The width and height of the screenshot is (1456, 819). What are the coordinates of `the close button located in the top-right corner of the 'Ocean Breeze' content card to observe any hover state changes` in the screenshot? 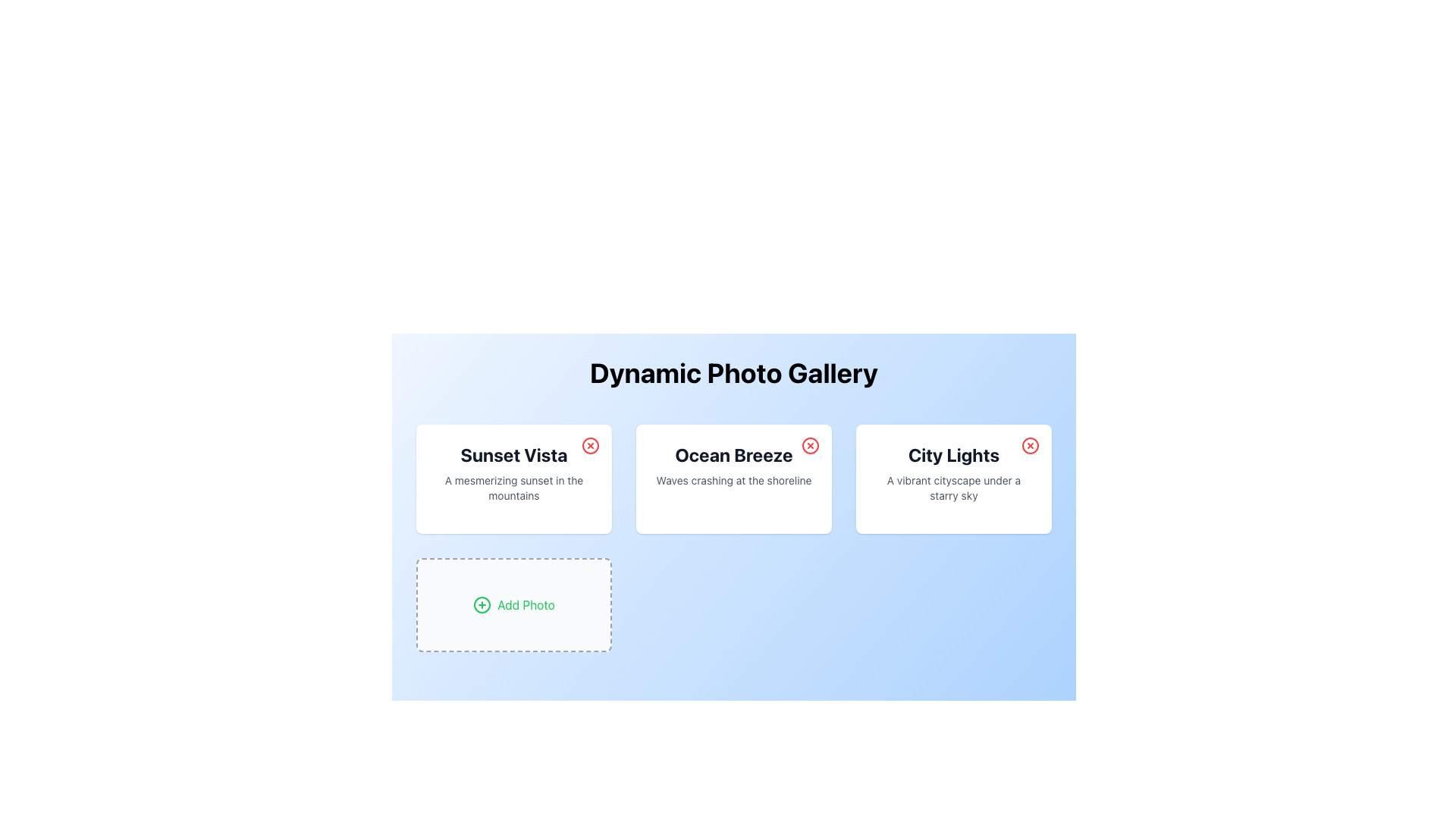 It's located at (810, 444).